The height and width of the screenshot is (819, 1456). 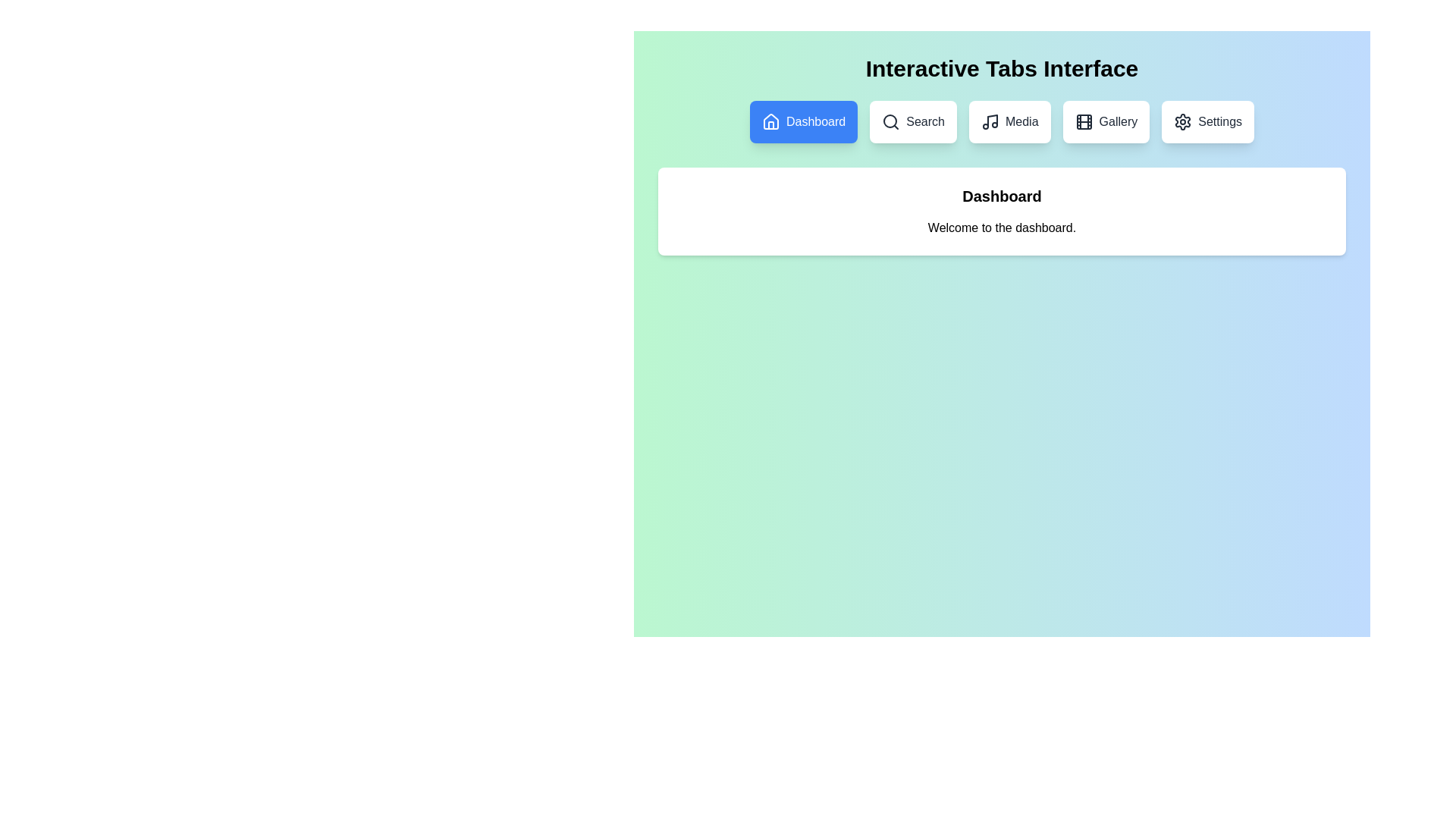 What do you see at coordinates (803, 121) in the screenshot?
I see `the blue rectangular button labeled 'Dashboard' with a house icon` at bounding box center [803, 121].